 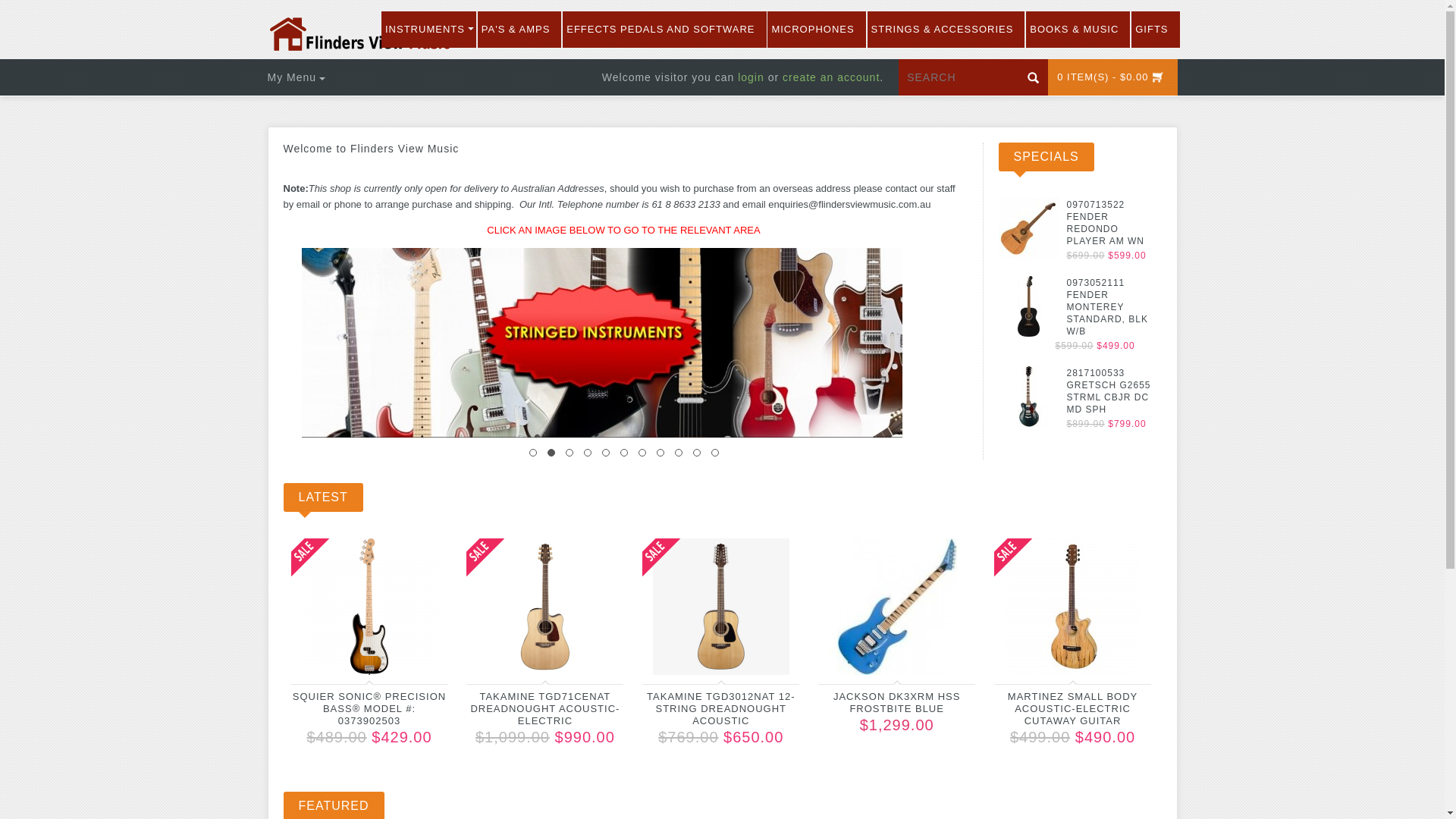 I want to click on '2817100533 GRETSCH G2655 STRML CBJR DC MD SPH', so click(x=1108, y=391).